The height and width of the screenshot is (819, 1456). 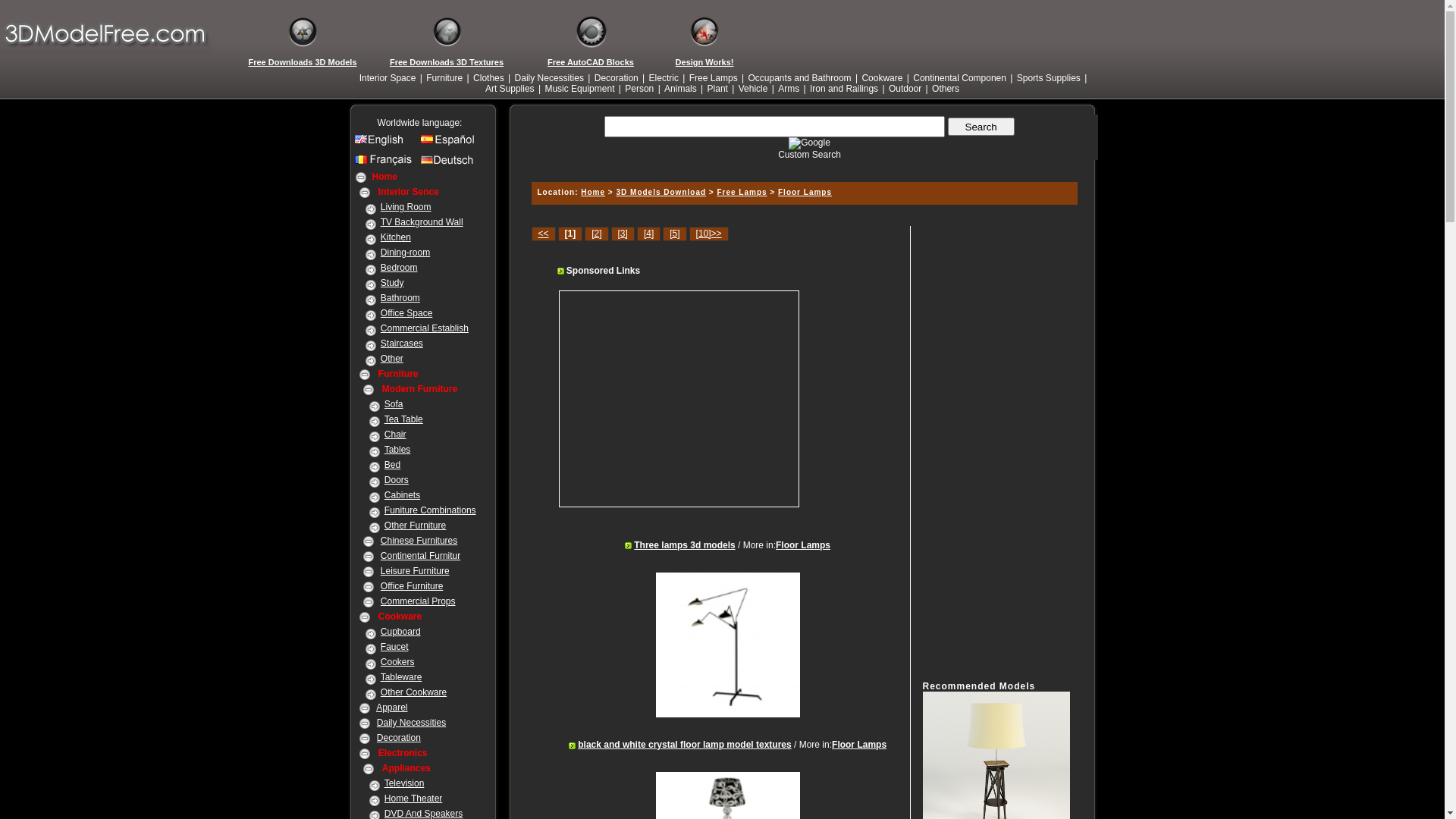 What do you see at coordinates (483, 88) in the screenshot?
I see `'Art Supplies'` at bounding box center [483, 88].